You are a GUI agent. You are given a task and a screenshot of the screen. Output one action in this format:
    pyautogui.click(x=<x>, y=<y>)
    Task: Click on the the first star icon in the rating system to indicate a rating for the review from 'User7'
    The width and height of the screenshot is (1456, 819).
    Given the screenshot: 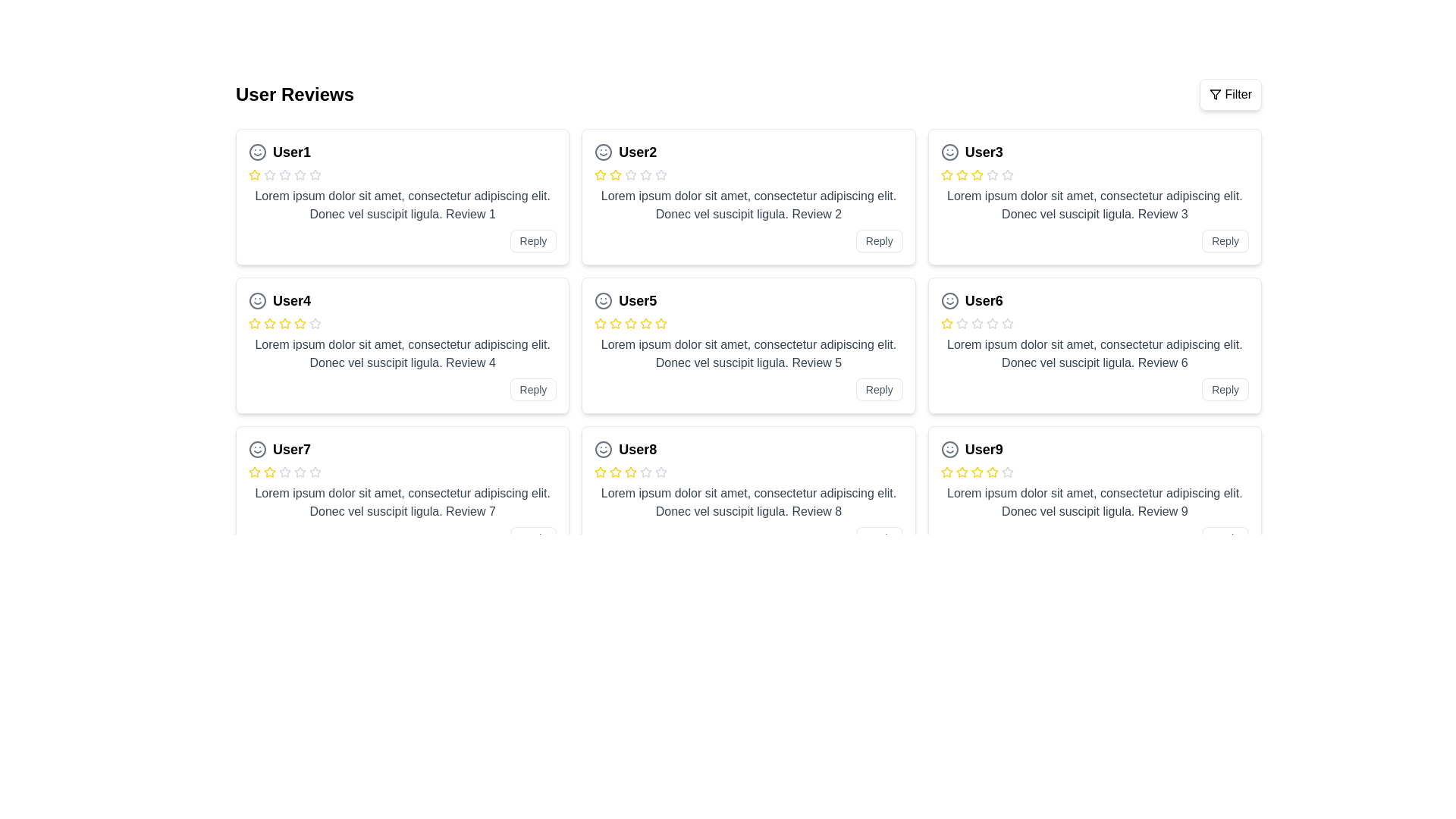 What is the action you would take?
    pyautogui.click(x=269, y=471)
    